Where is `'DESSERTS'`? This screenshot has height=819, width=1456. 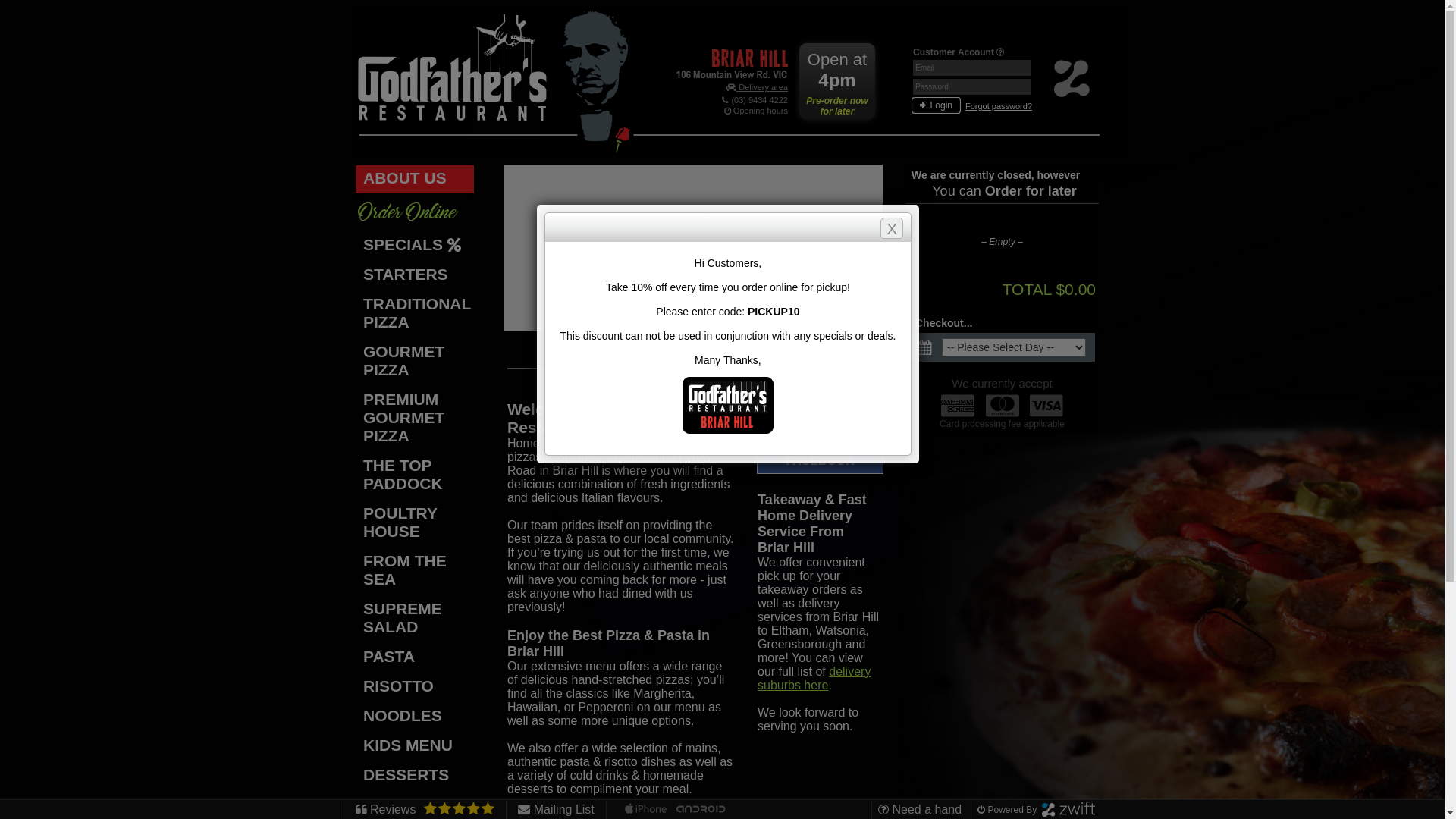
'DESSERTS' is located at coordinates (415, 776).